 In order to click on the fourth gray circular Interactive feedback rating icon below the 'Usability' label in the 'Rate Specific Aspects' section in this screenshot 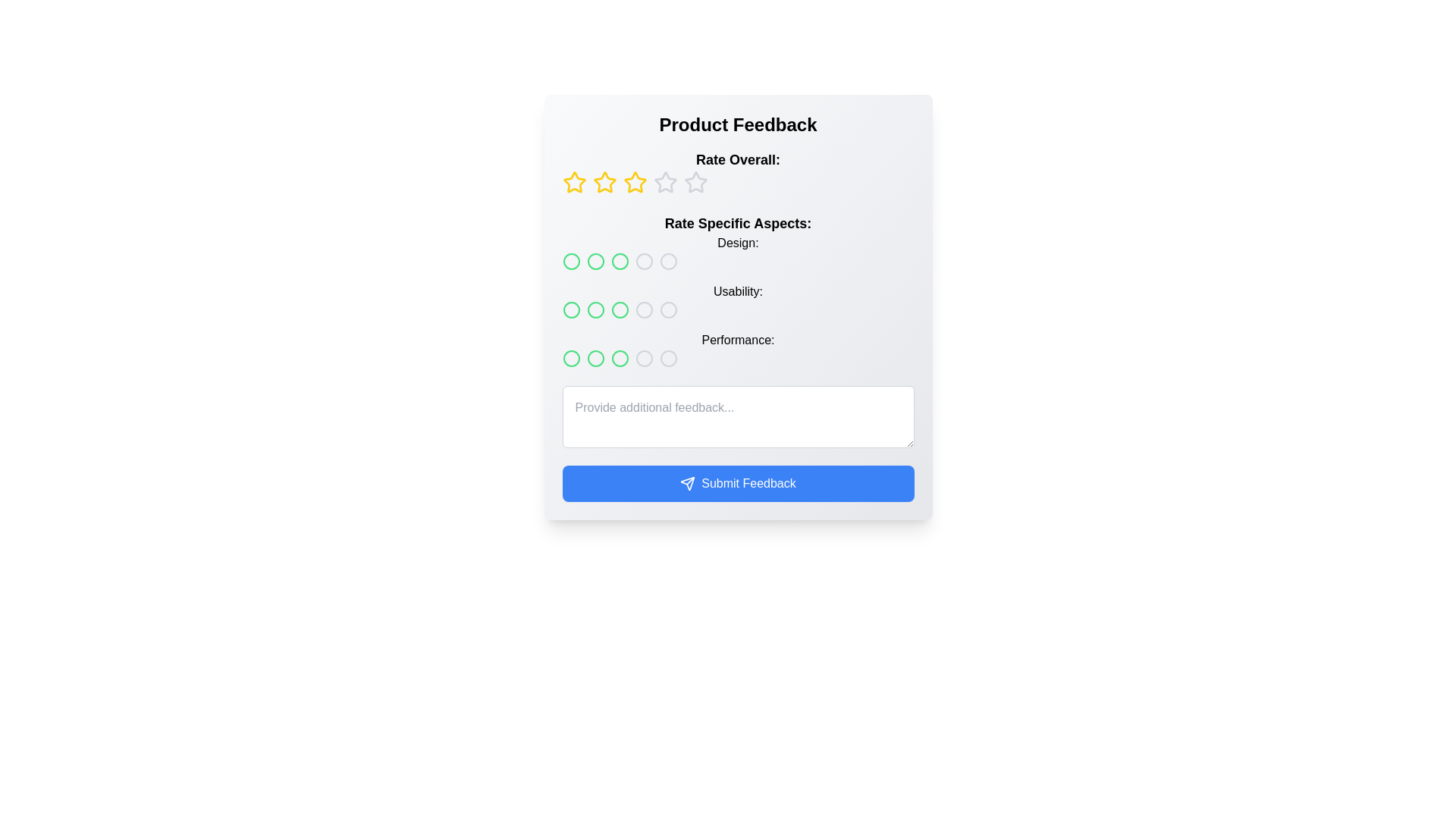, I will do `click(644, 309)`.